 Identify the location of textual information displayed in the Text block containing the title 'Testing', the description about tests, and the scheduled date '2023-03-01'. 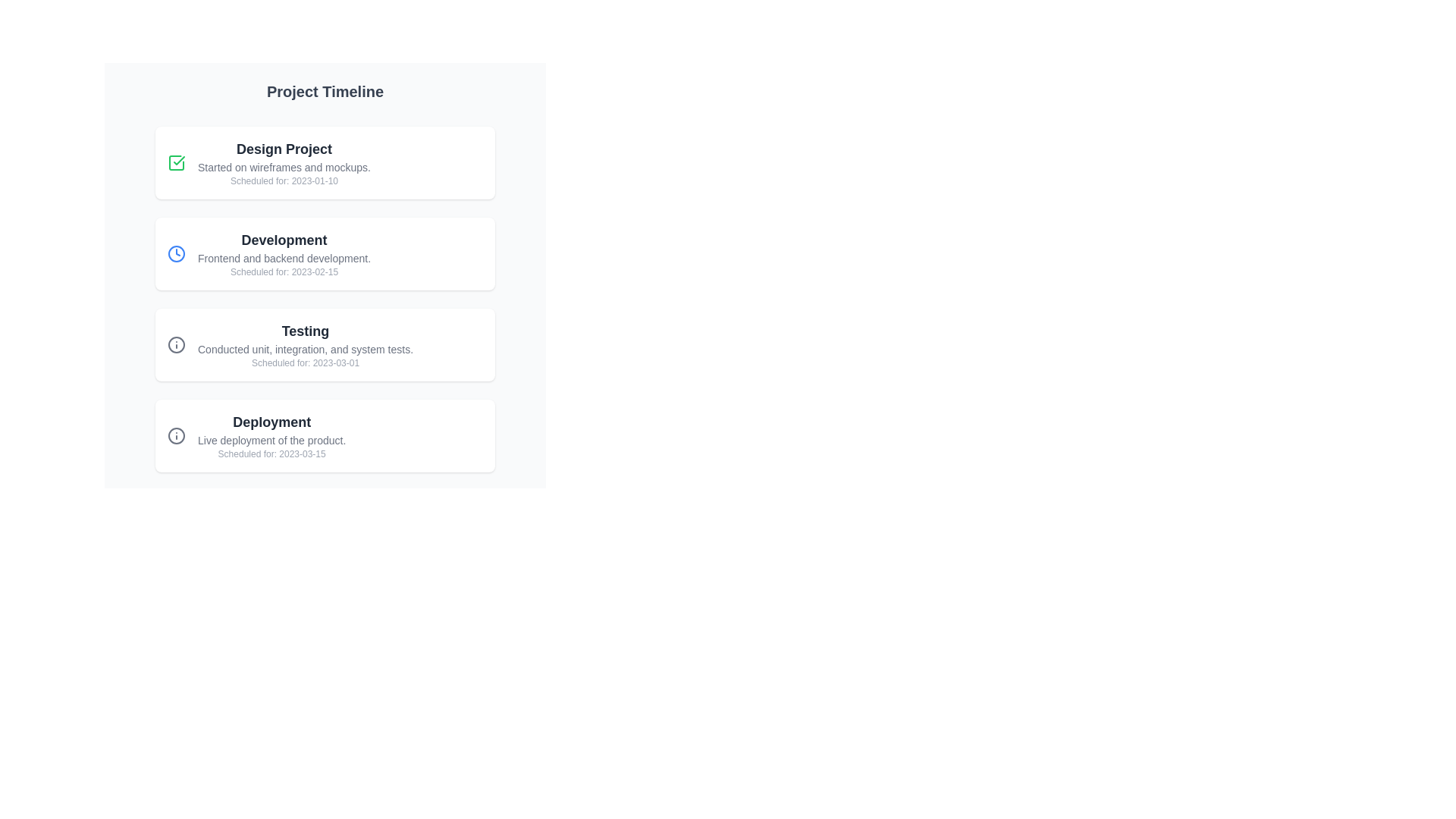
(305, 345).